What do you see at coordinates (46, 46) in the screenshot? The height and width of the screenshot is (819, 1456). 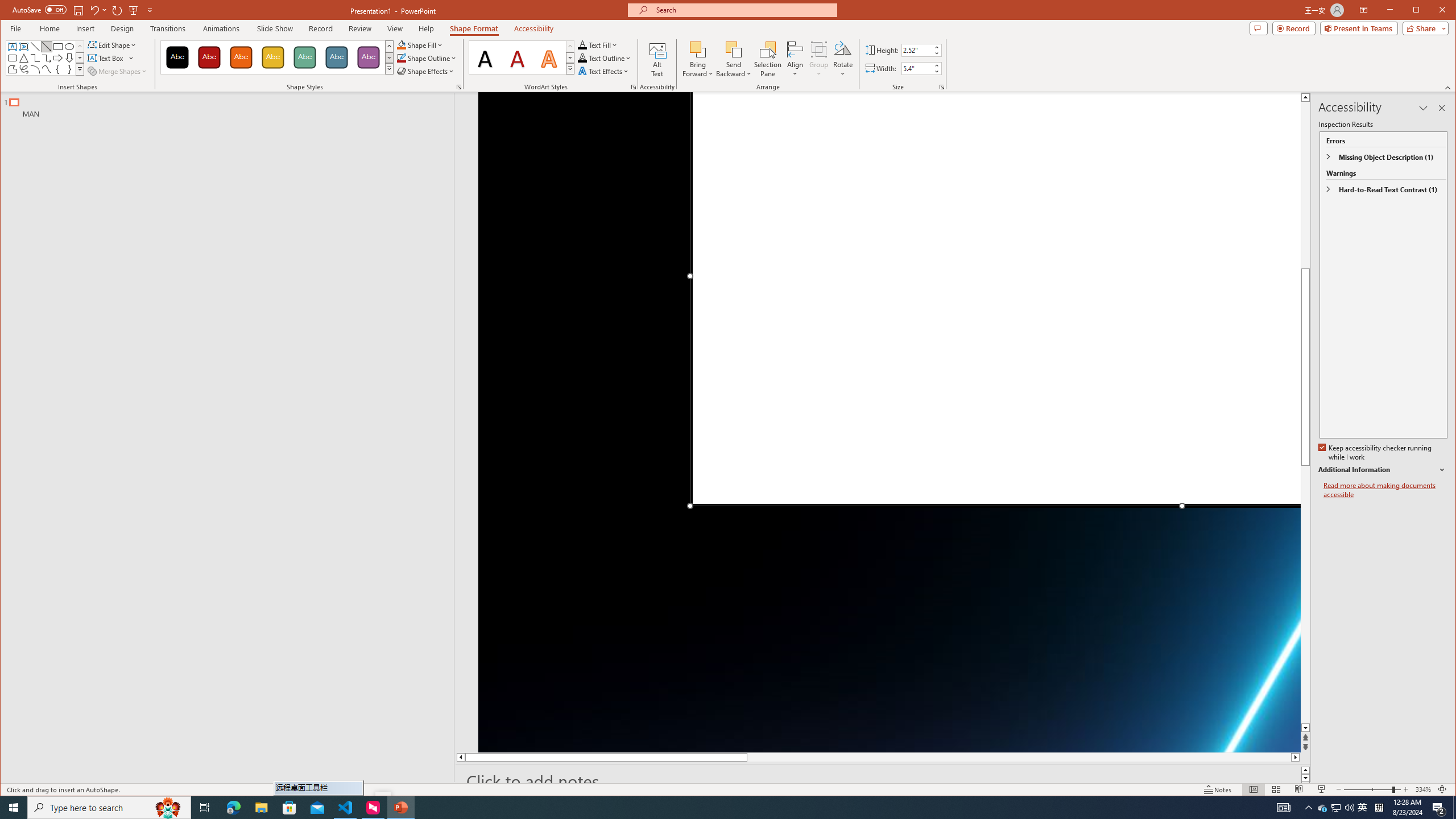 I see `'Line Arrow'` at bounding box center [46, 46].